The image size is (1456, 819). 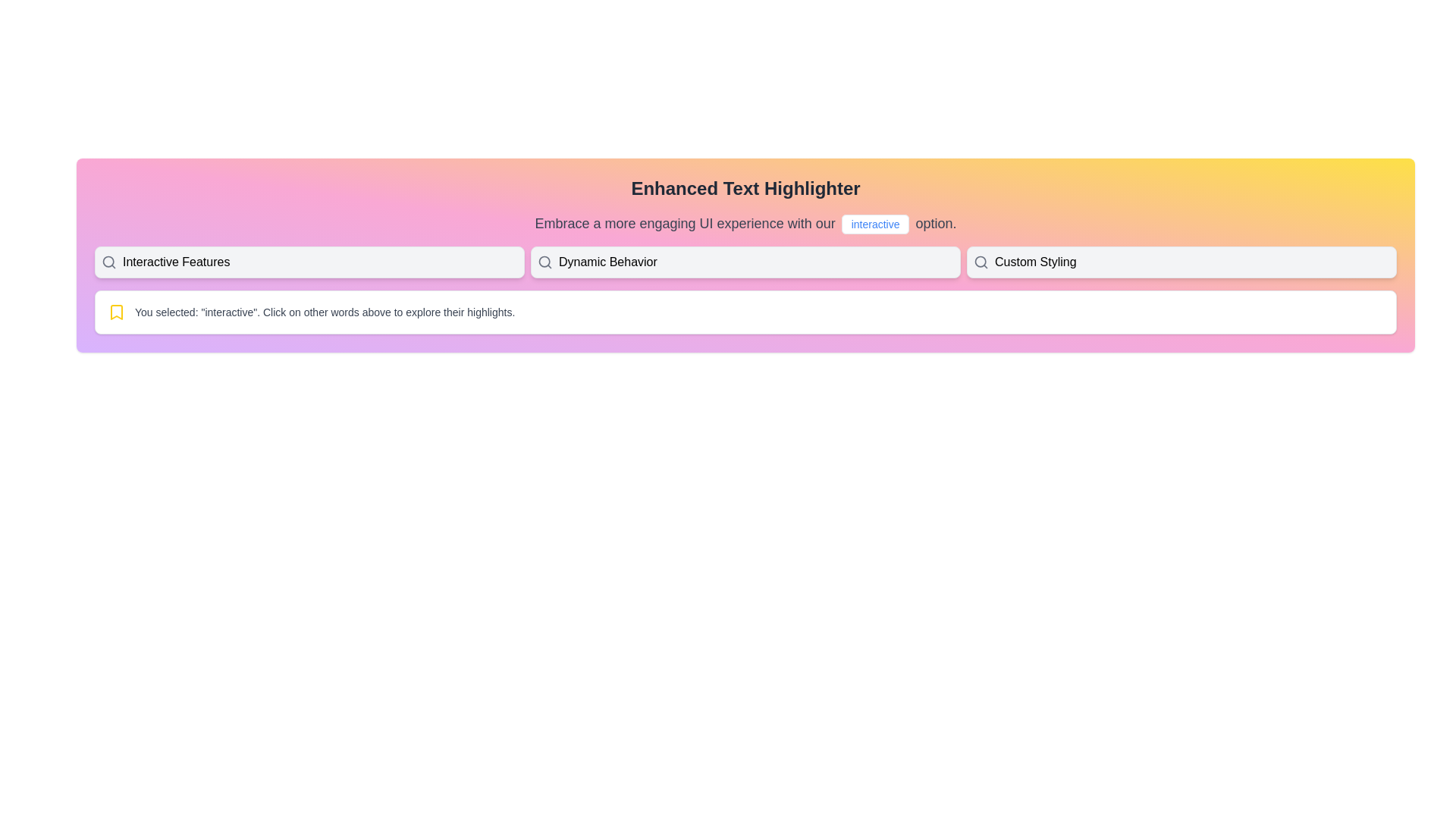 What do you see at coordinates (115, 312) in the screenshot?
I see `the yellow bookmark icon located to the far left of the text that starts with 'You selected: "interactive"'` at bounding box center [115, 312].